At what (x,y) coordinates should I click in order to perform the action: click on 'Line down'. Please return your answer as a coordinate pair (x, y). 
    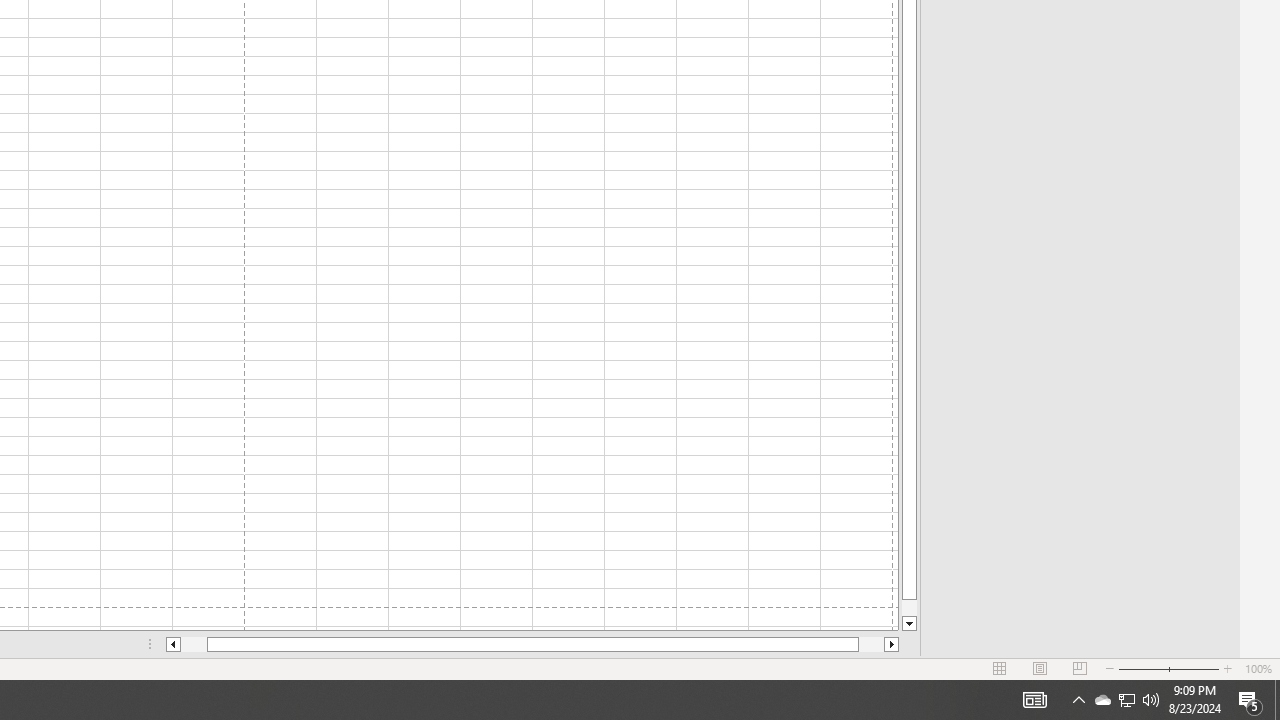
    Looking at the image, I should click on (908, 623).